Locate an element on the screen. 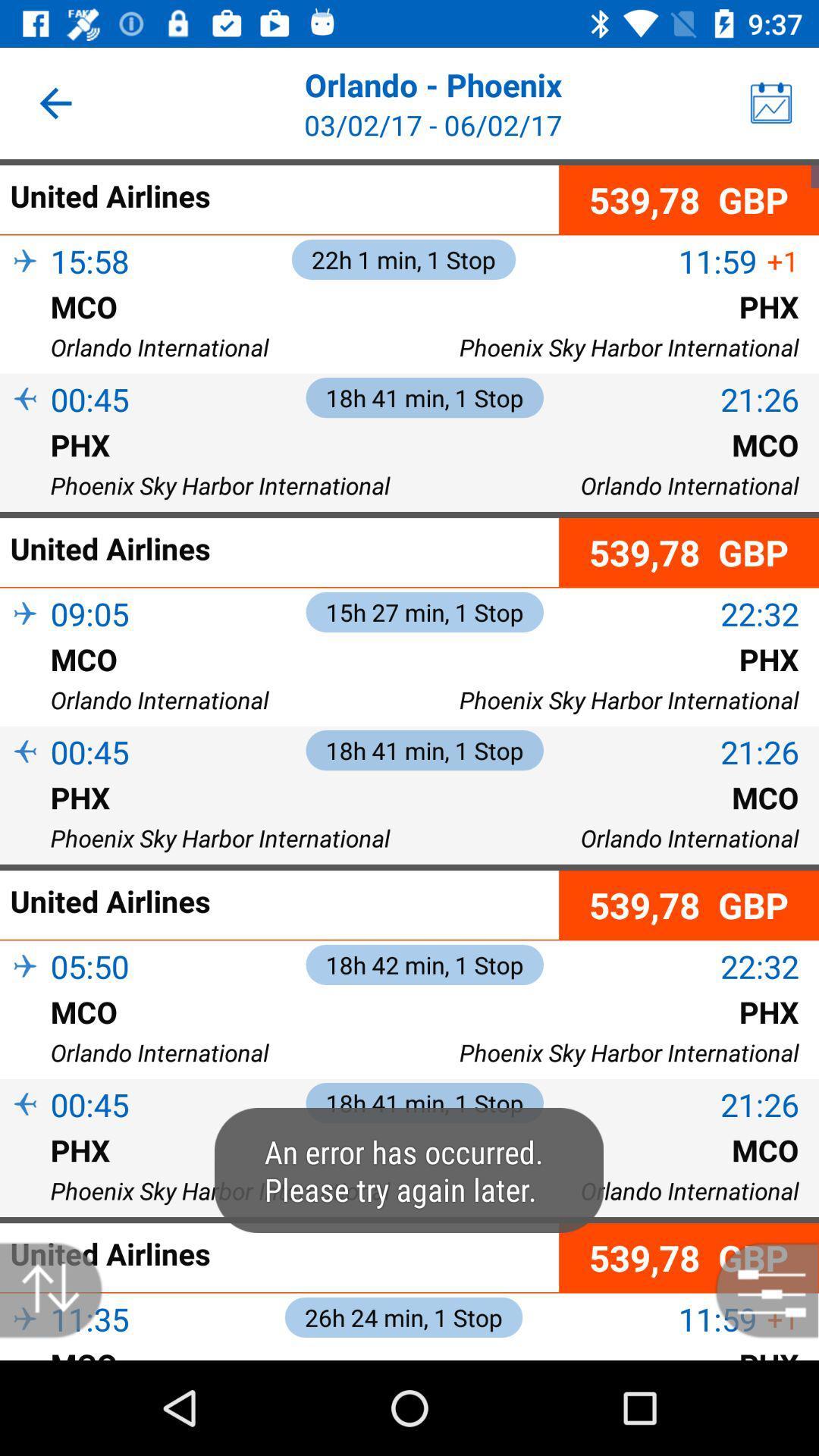  the icon on the top right corner of the page is located at coordinates (771, 103).